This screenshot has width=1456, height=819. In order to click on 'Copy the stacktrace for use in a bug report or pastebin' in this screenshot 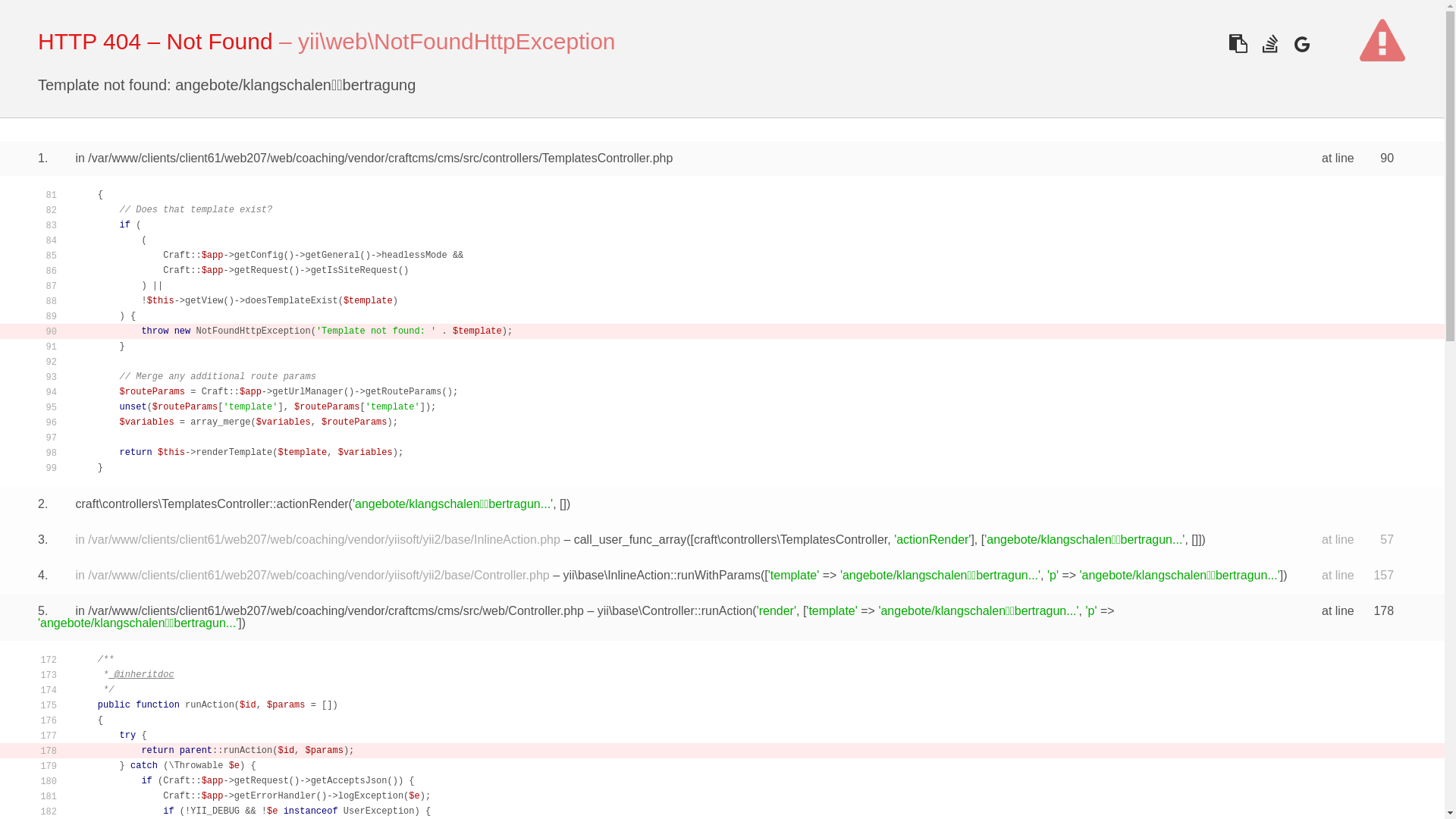, I will do `click(1238, 42)`.